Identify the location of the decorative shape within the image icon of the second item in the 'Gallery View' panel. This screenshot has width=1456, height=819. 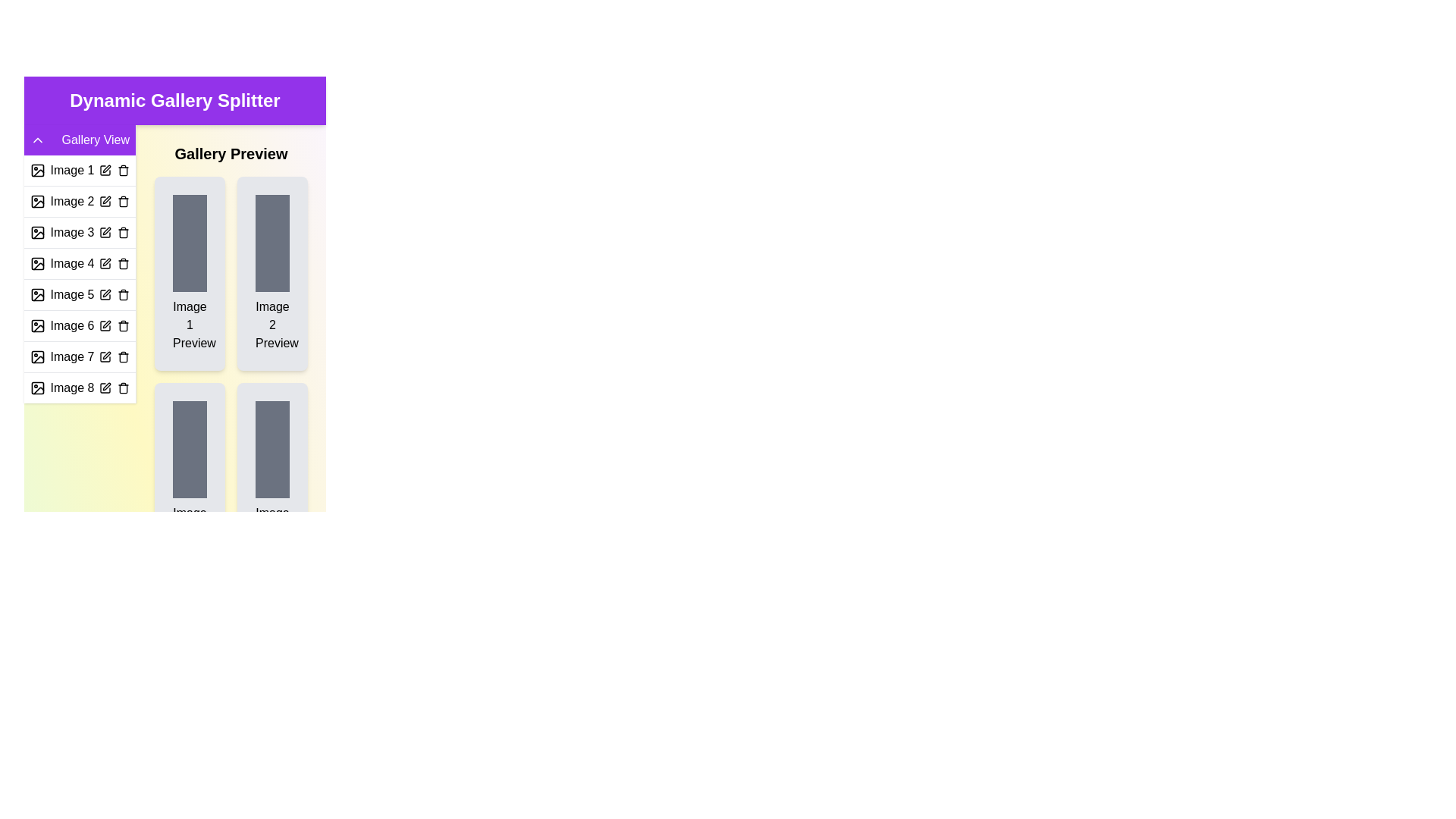
(37, 201).